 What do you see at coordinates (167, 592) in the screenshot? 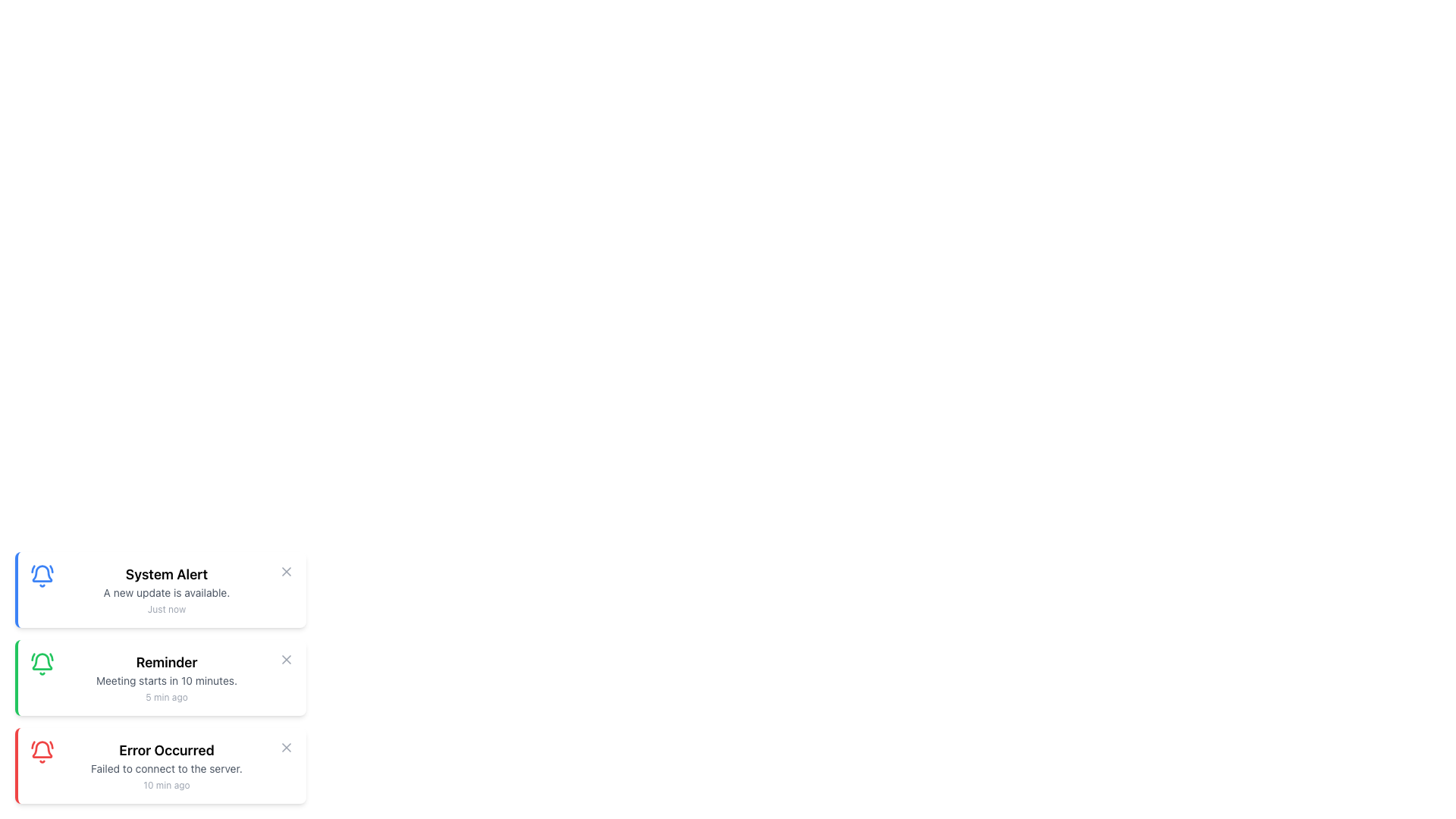
I see `message content of the label displaying 'A new update is available.', which is located beneath the 'System Alert' header and above the 'Just now' timestamp` at bounding box center [167, 592].